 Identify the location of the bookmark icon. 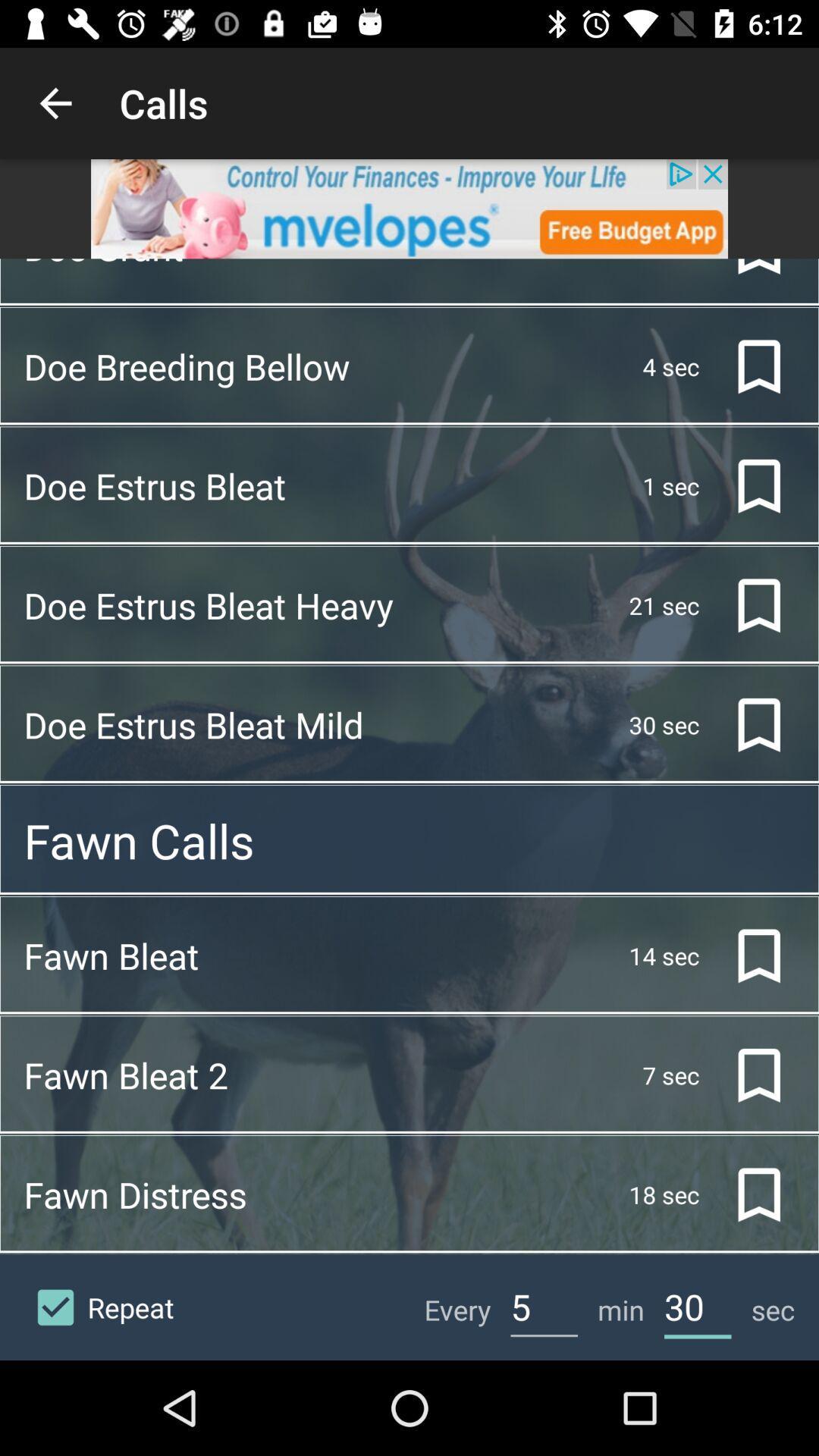
(746, 724).